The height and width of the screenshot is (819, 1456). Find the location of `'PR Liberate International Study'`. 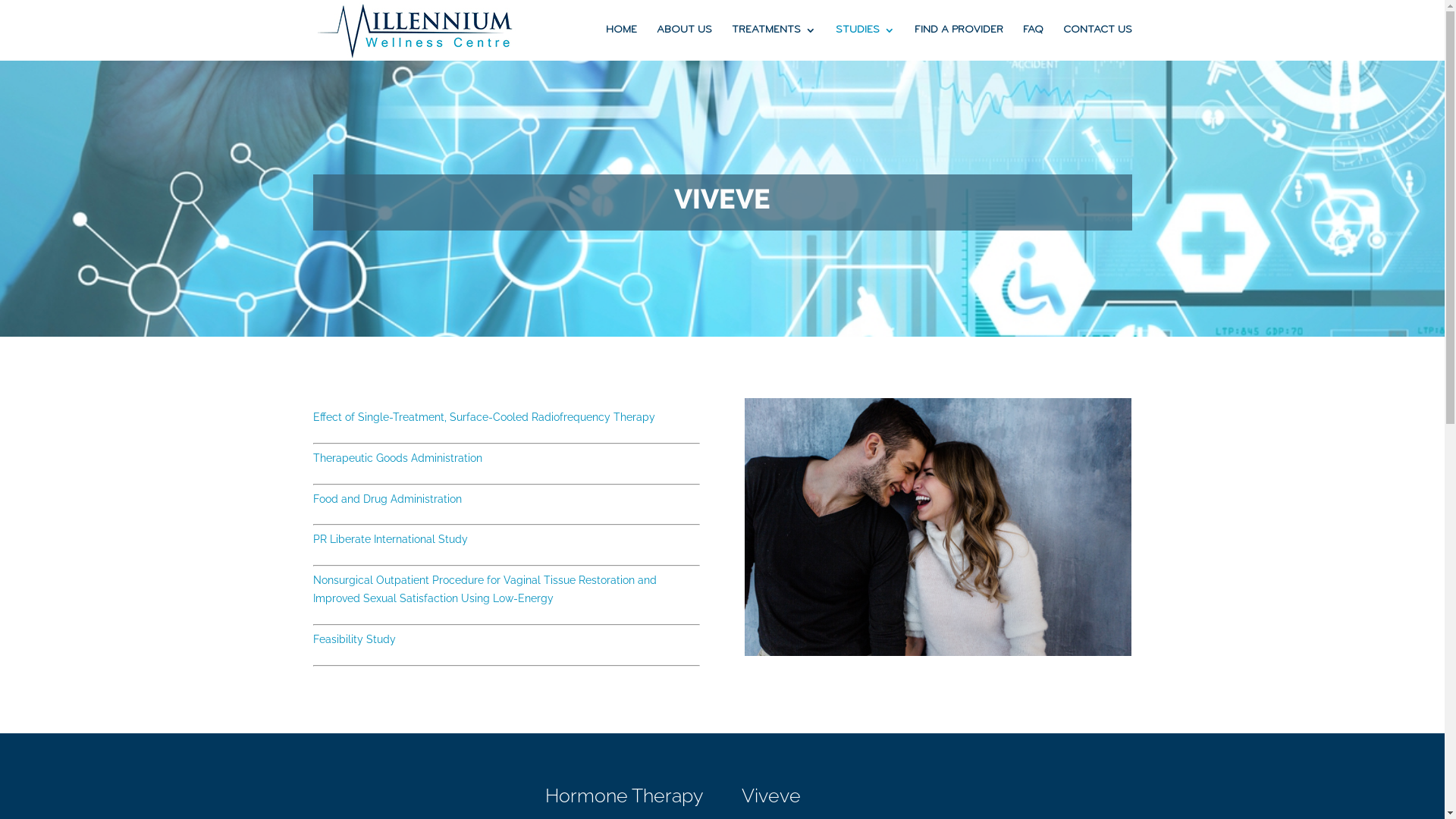

'PR Liberate International Study' is located at coordinates (389, 538).